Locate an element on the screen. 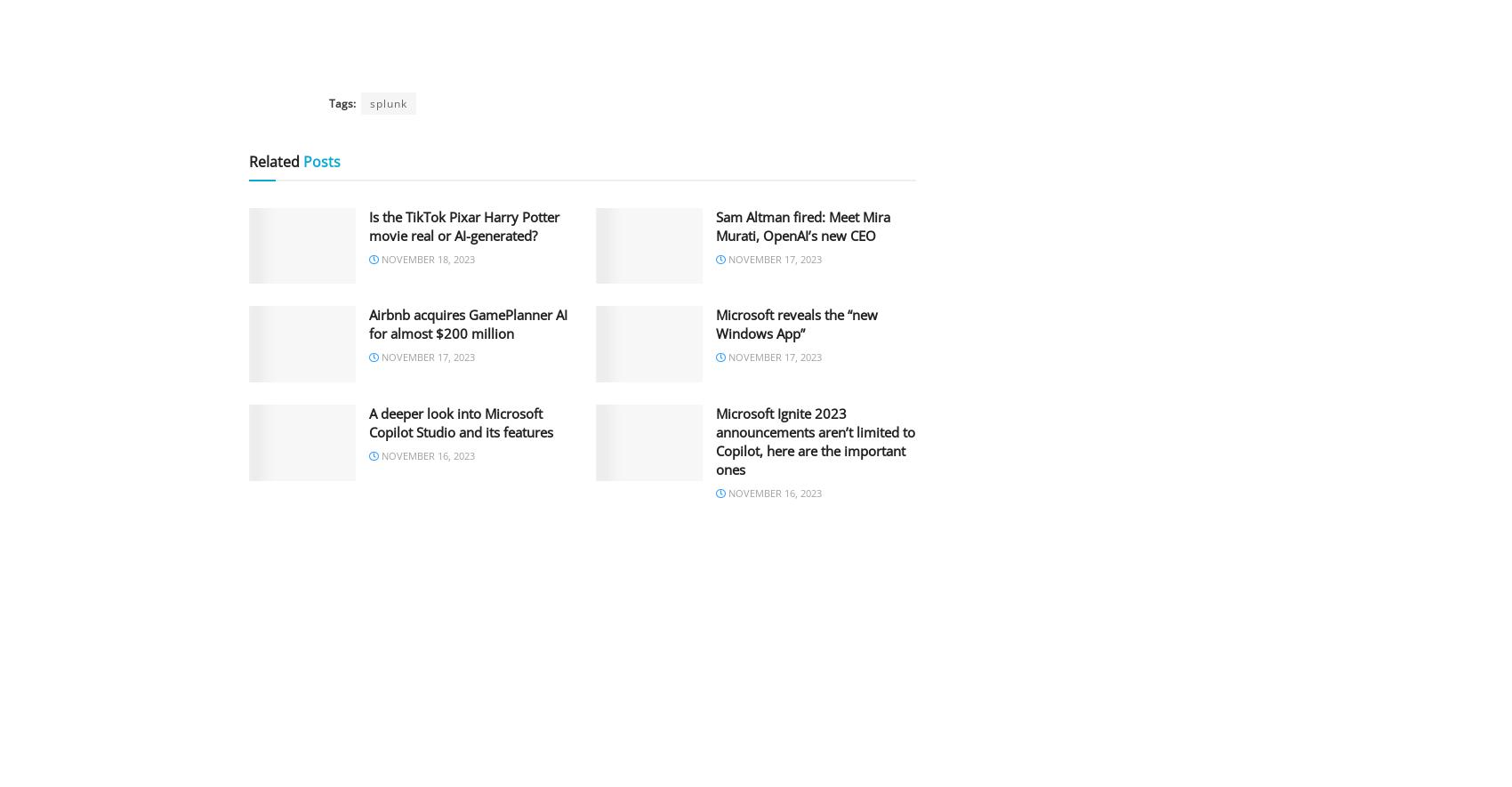  'Airbnb acquires GamePlanner AI for almost $200 million' is located at coordinates (367, 323).